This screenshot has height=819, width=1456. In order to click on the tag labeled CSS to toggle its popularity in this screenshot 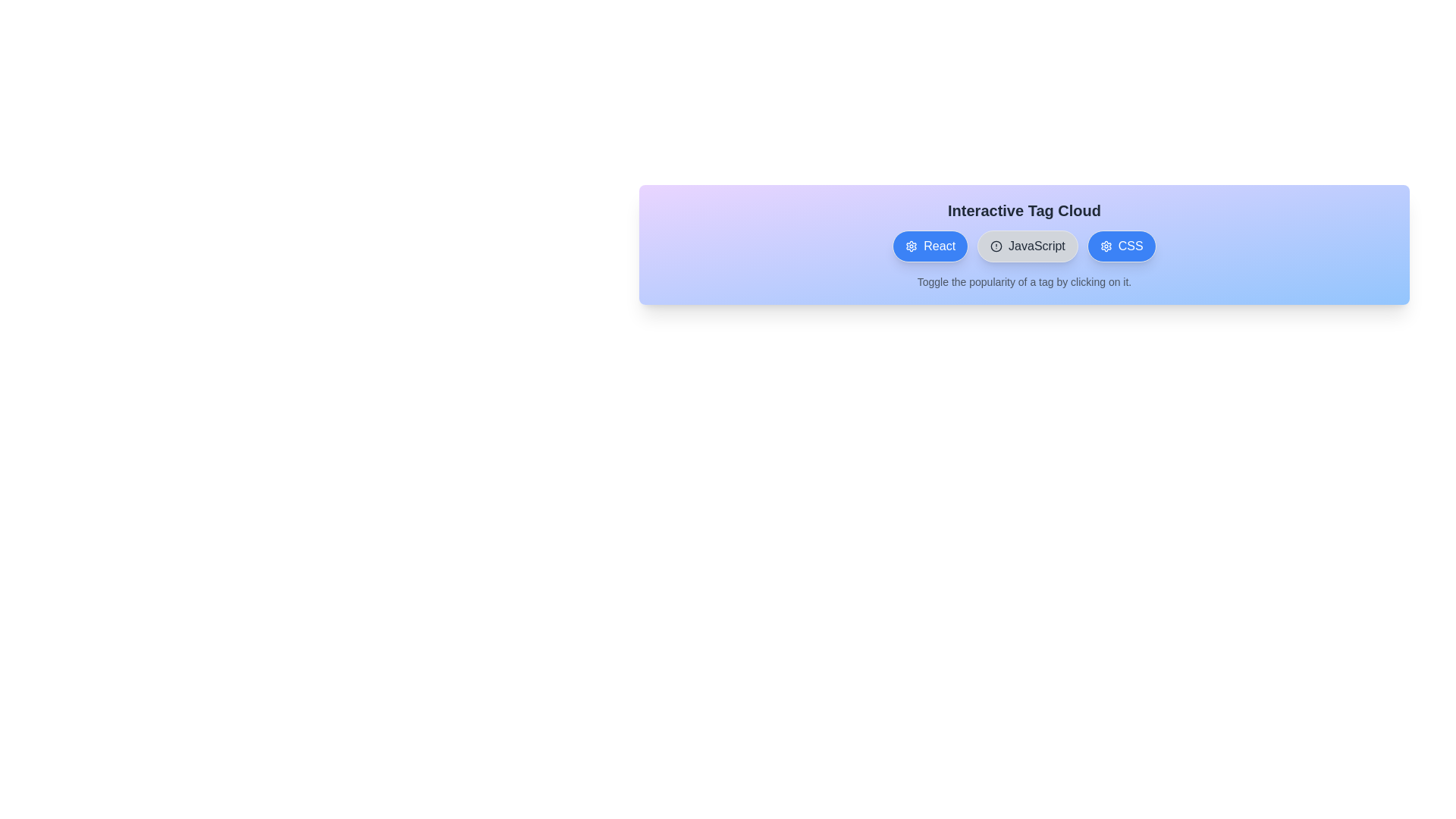, I will do `click(1122, 245)`.